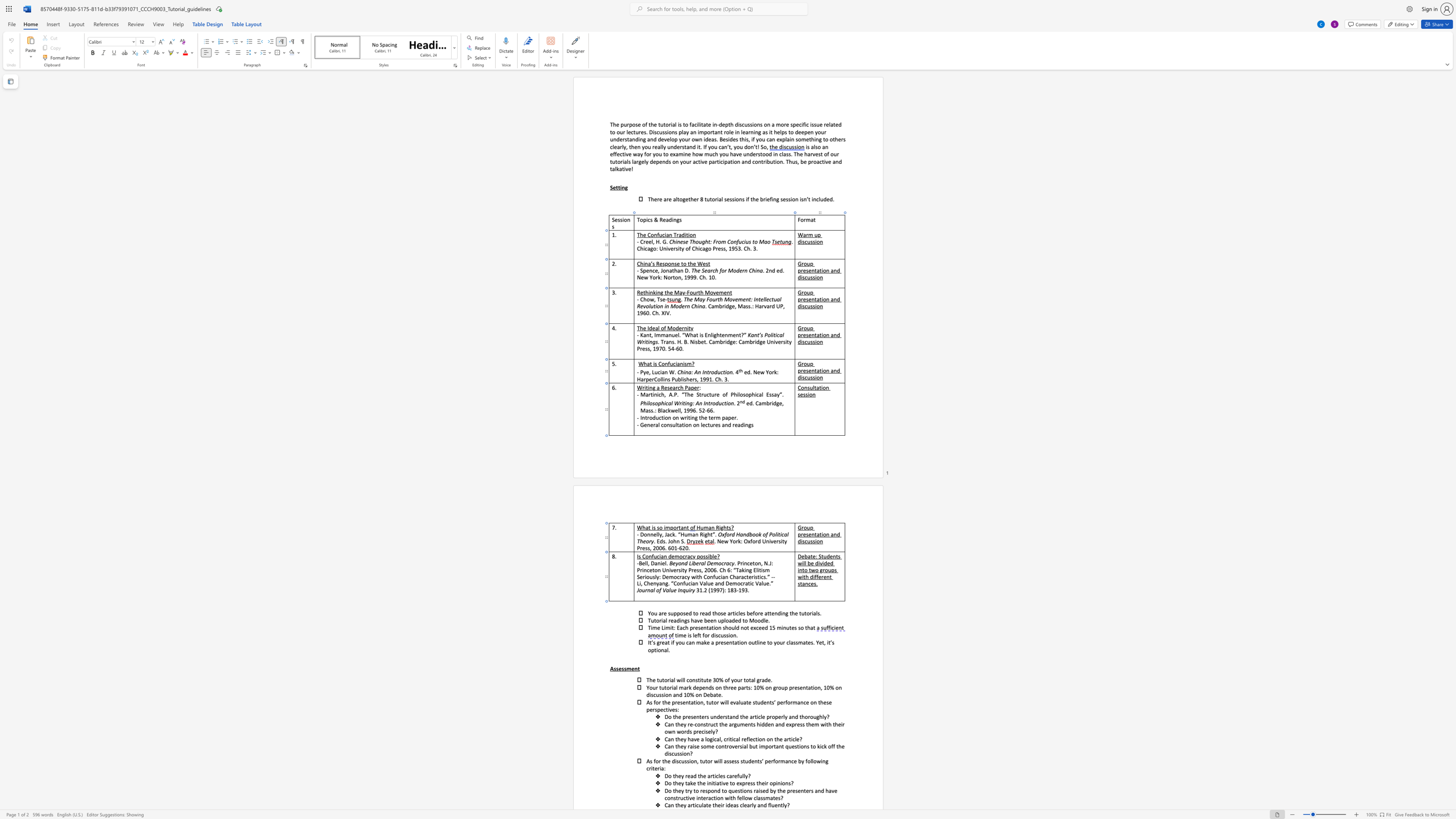 The width and height of the screenshot is (1456, 819). Describe the element at coordinates (803, 583) in the screenshot. I see `the 2th character "a" in the text` at that location.